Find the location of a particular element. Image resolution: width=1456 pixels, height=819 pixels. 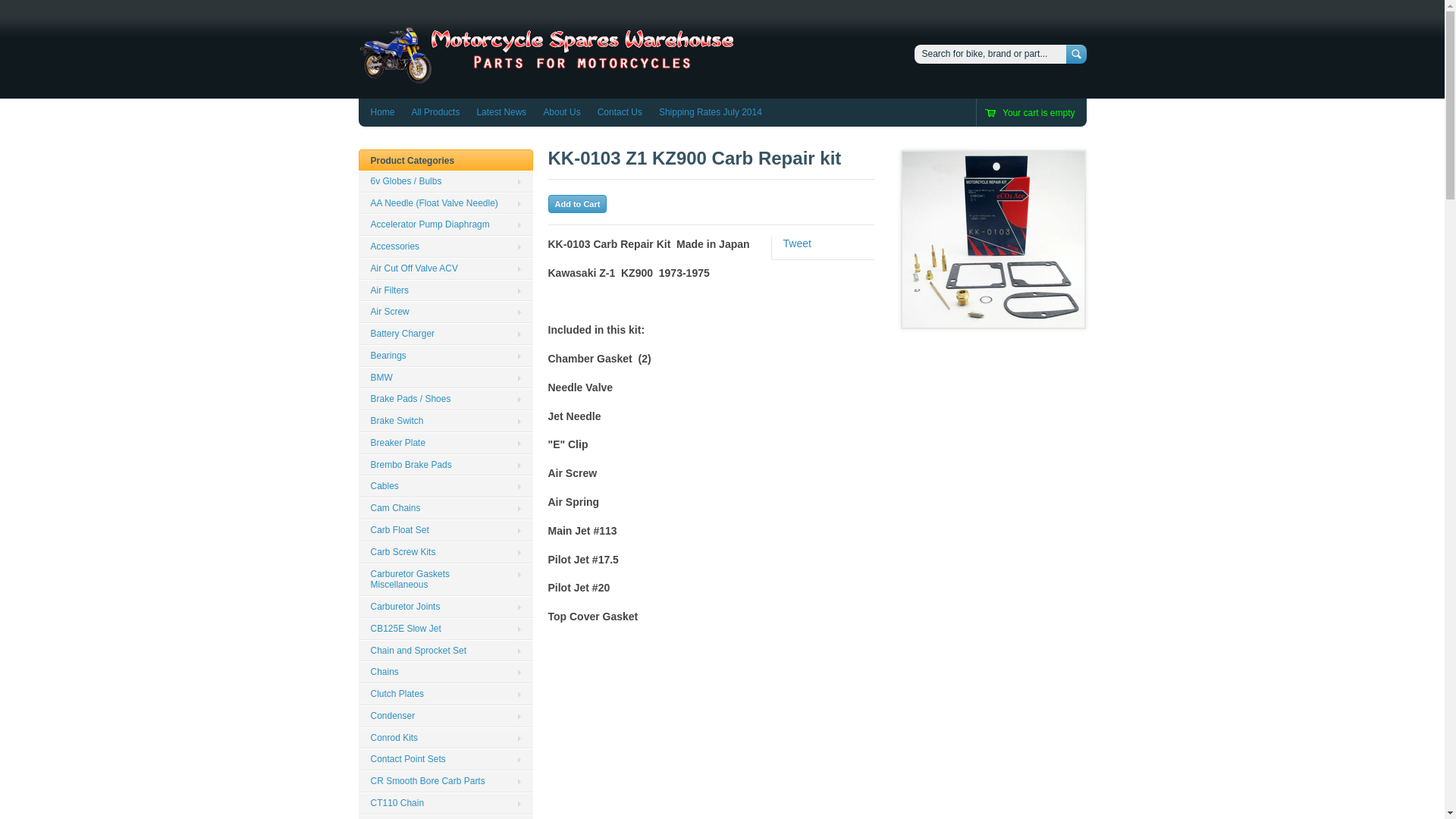

'Tweet' is located at coordinates (795, 242).